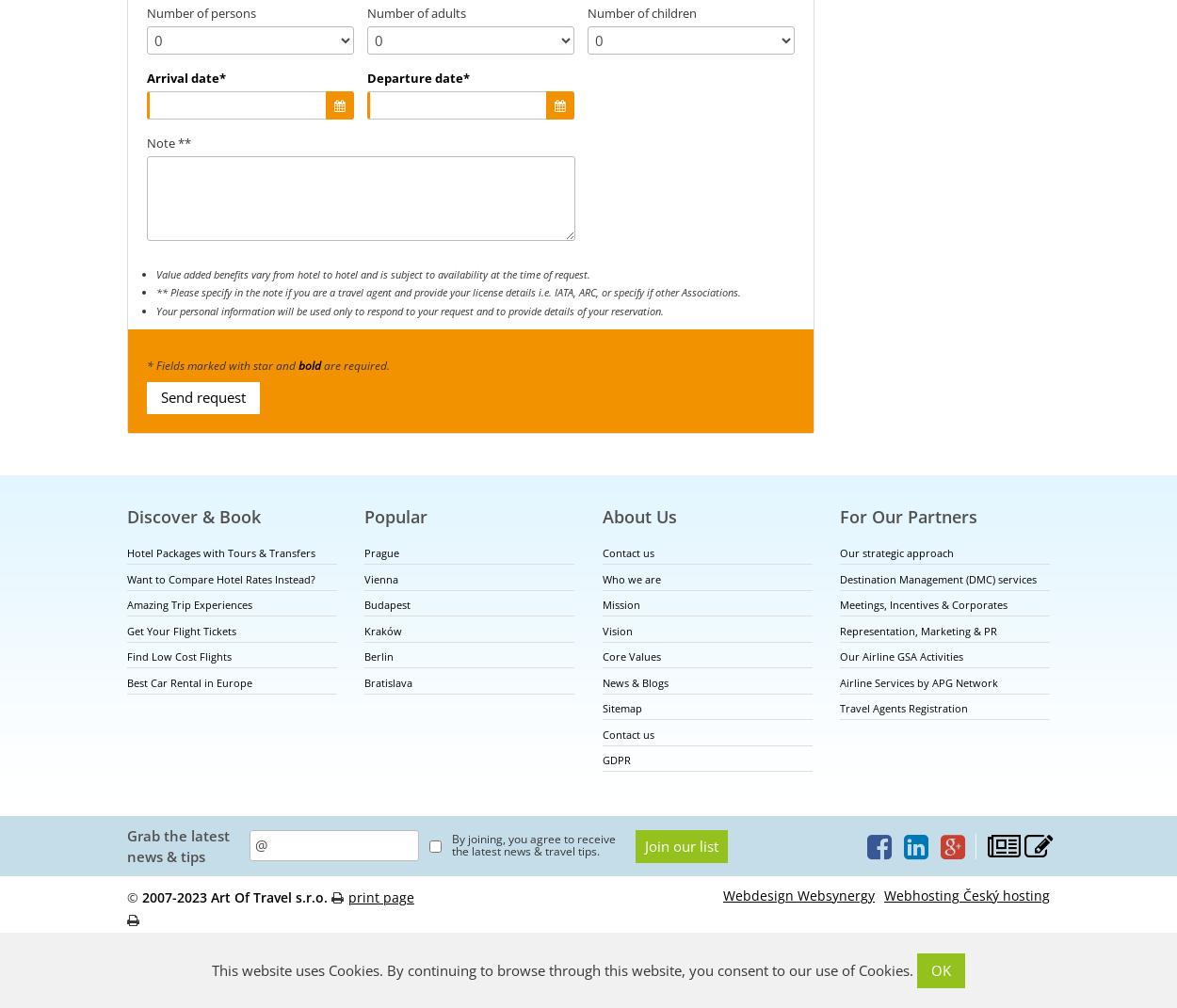 This screenshot has height=1008, width=1177. What do you see at coordinates (373, 273) in the screenshot?
I see `'Value added benefits vary from hotel to hotel and is subject to availability at the time of request.'` at bounding box center [373, 273].